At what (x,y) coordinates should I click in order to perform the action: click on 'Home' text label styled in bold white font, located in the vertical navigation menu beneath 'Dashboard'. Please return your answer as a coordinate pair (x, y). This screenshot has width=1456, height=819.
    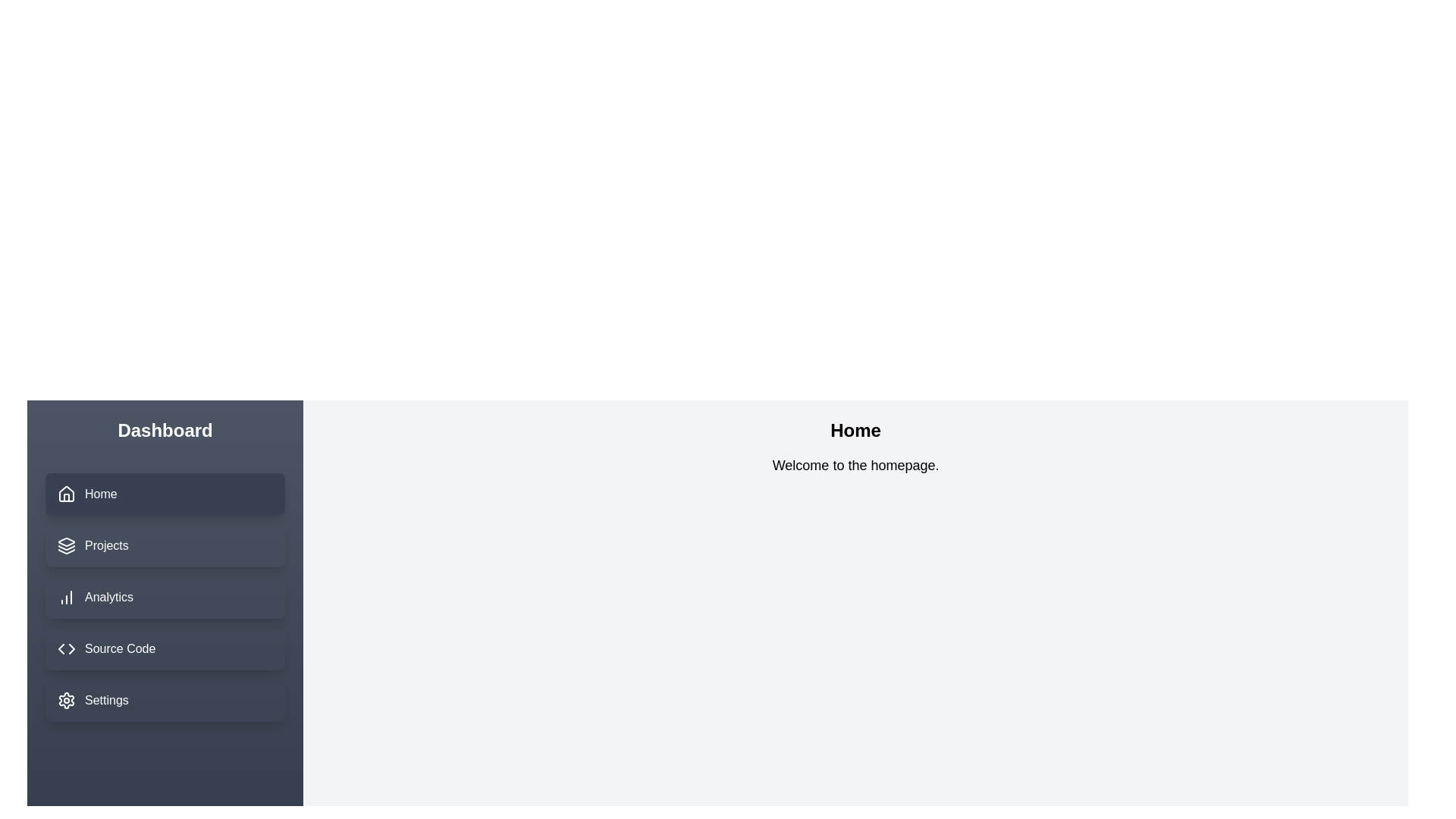
    Looking at the image, I should click on (100, 494).